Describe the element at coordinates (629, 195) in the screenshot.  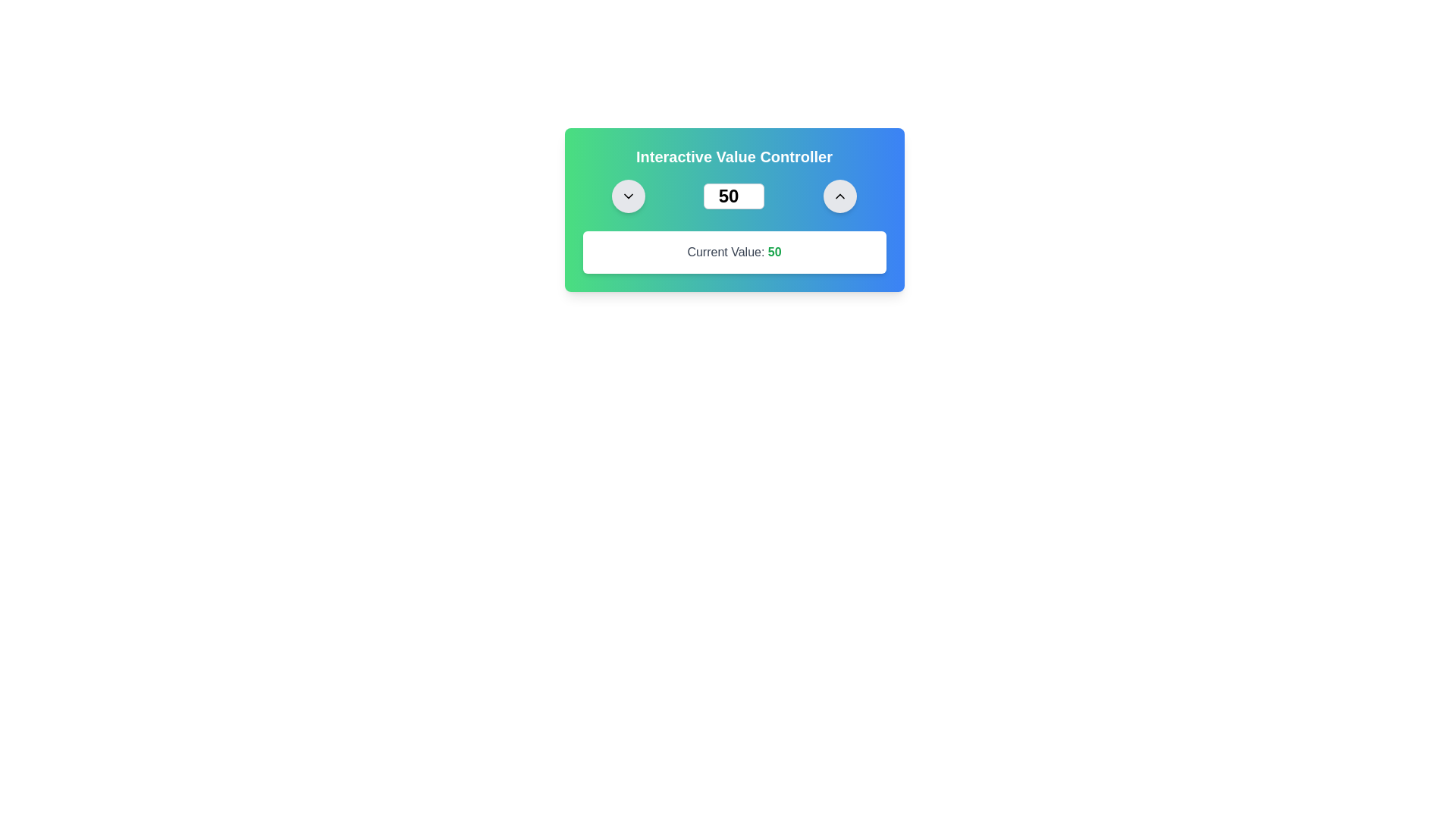
I see `the circular button icon on the right side near the top of the panel` at that location.